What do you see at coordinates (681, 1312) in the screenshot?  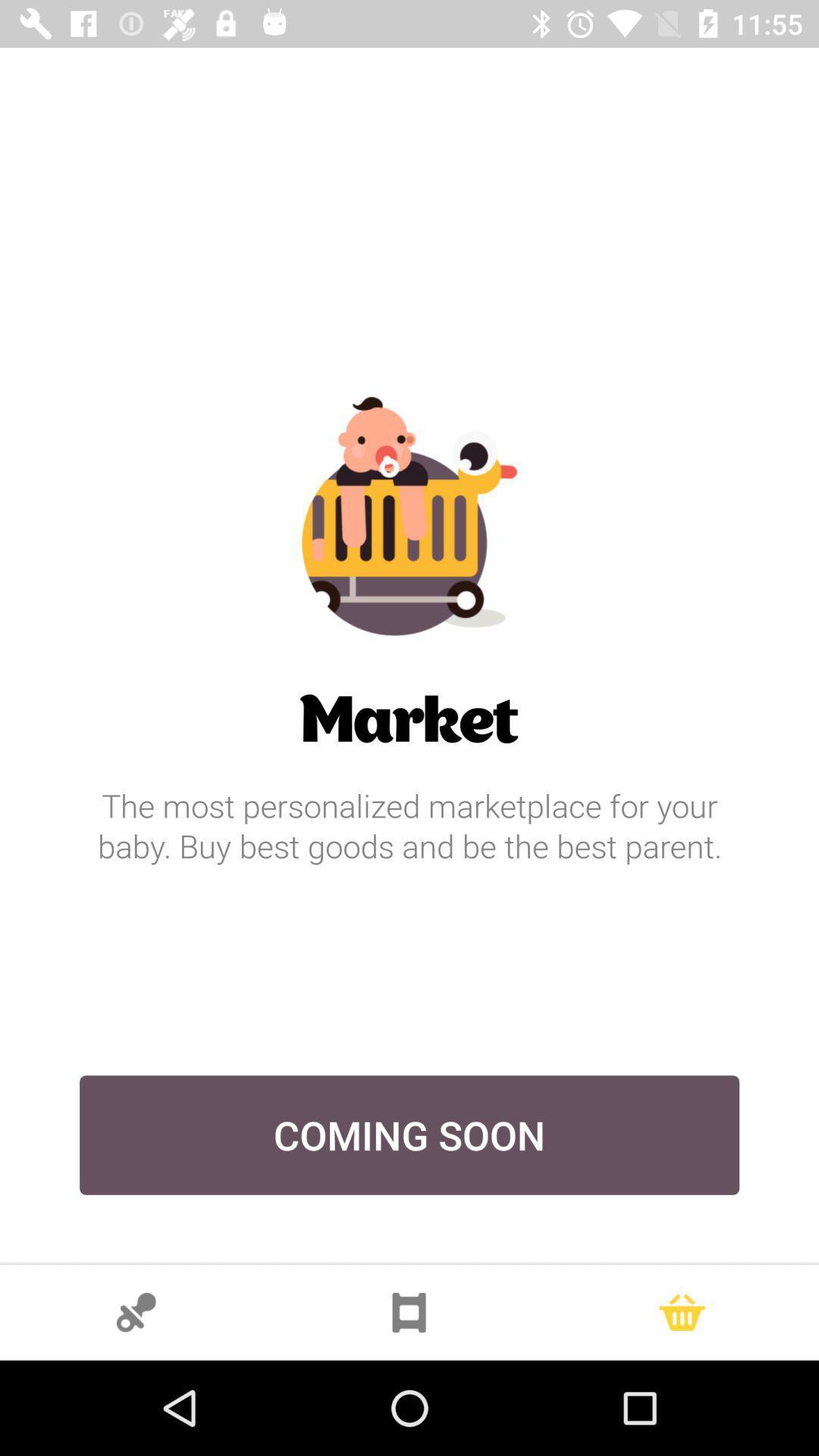 I see `the item at the bottom right corner` at bounding box center [681, 1312].